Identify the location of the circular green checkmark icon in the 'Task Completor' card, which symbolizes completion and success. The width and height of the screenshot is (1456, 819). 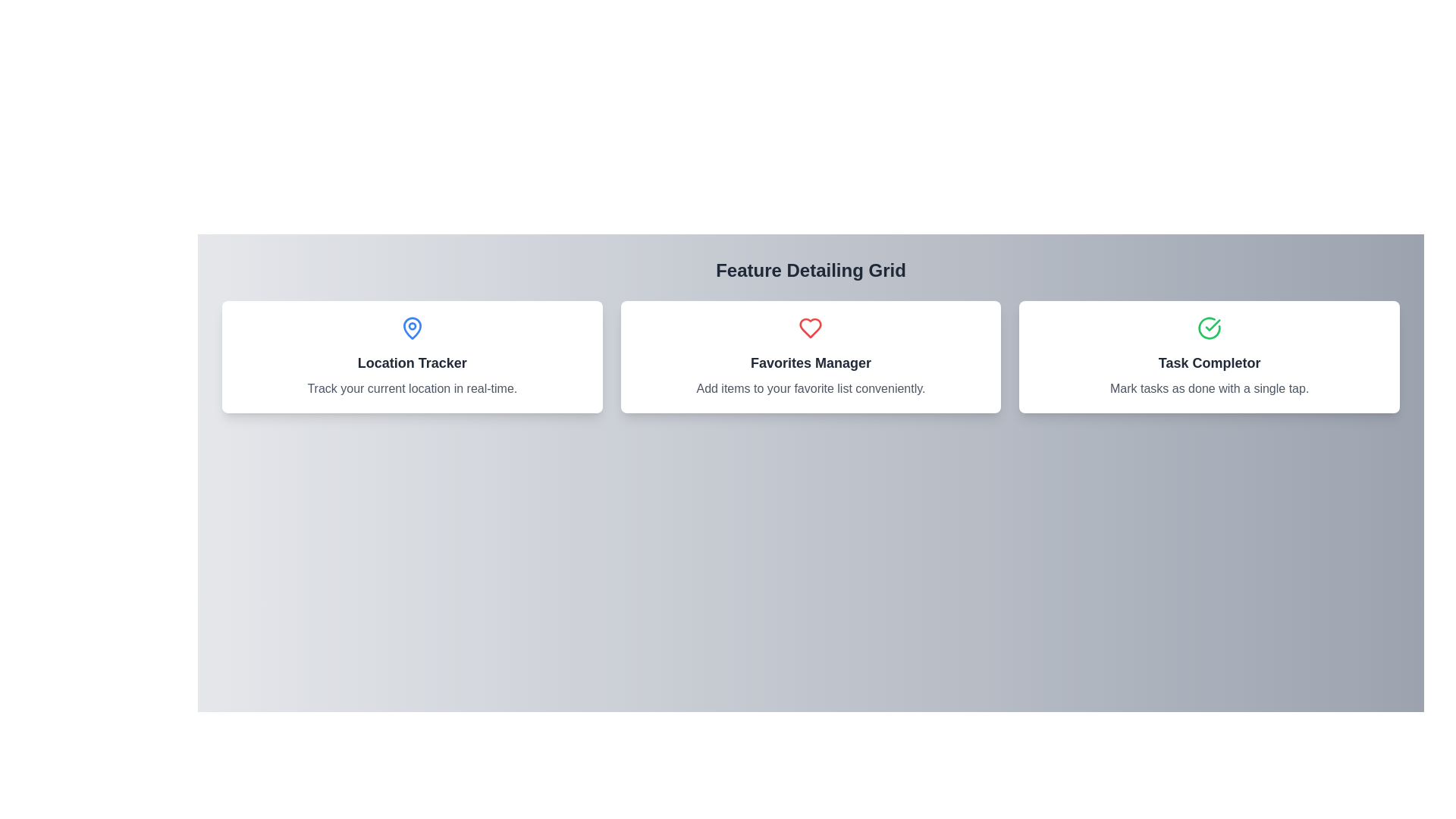
(1209, 327).